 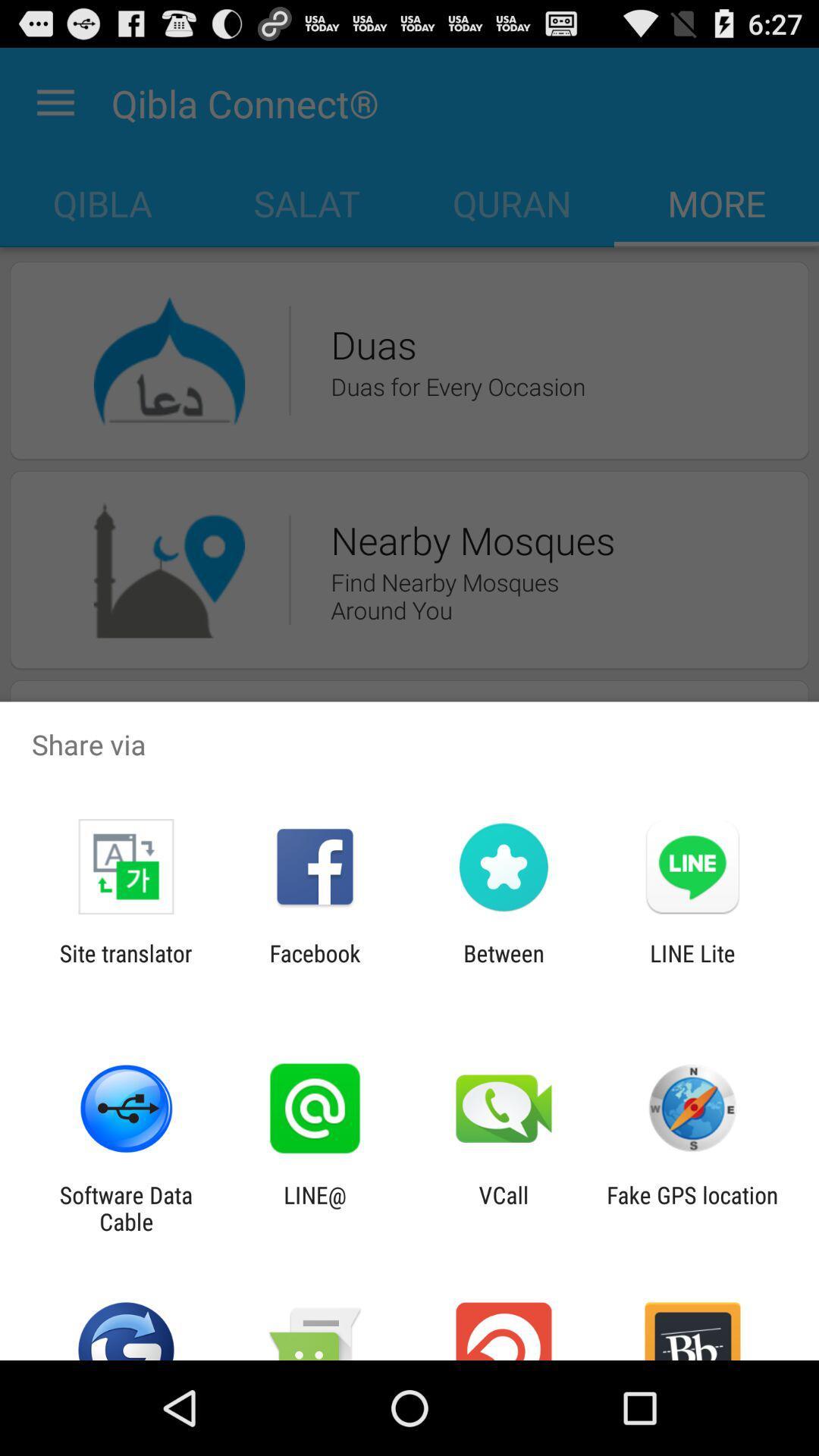 What do you see at coordinates (314, 966) in the screenshot?
I see `item to the right of site translator icon` at bounding box center [314, 966].